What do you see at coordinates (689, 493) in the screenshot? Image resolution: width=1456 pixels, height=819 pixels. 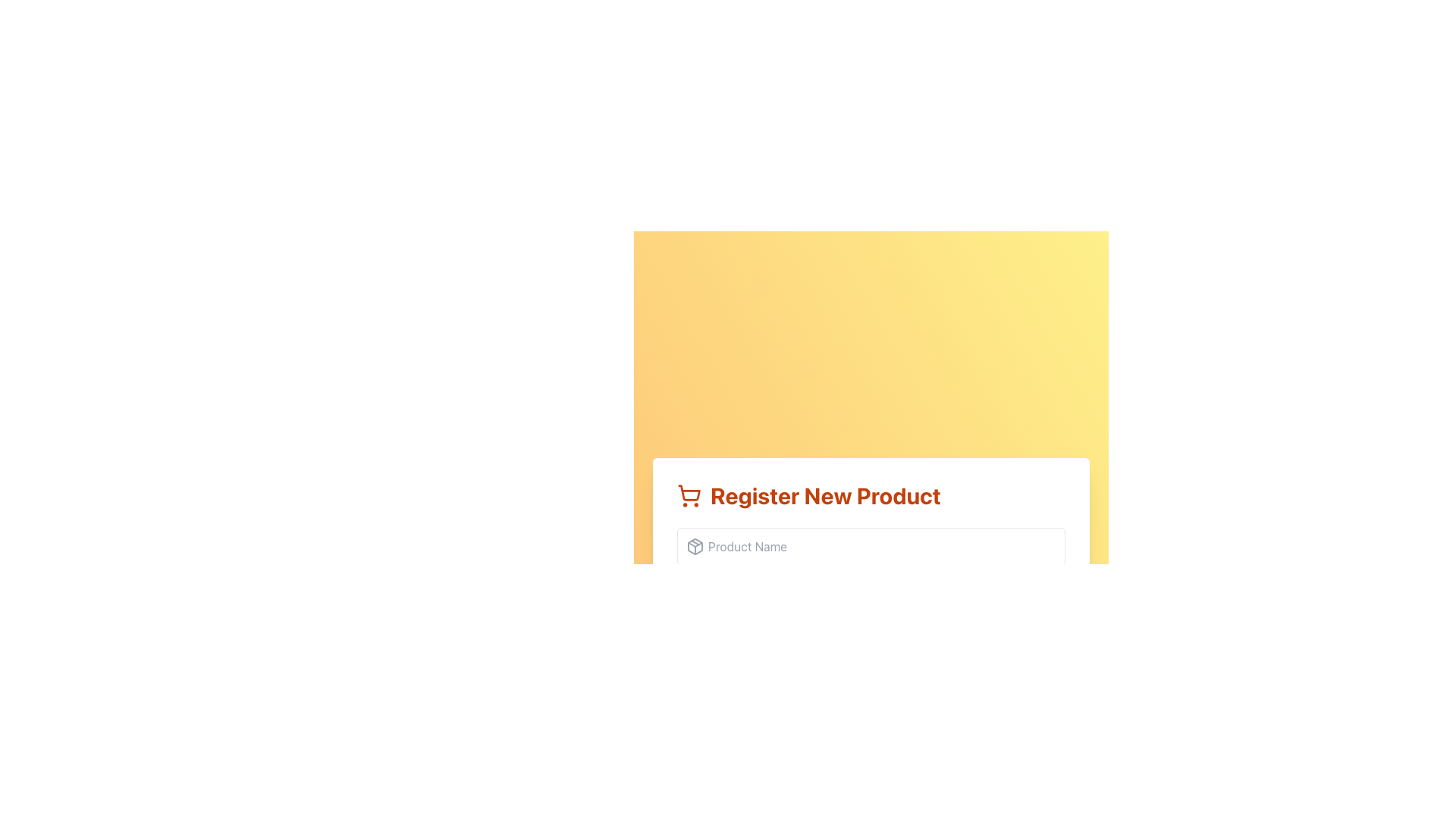 I see `the shopping cart icon, which is a part of an SVG element indicating 'Register New Product.'` at bounding box center [689, 493].